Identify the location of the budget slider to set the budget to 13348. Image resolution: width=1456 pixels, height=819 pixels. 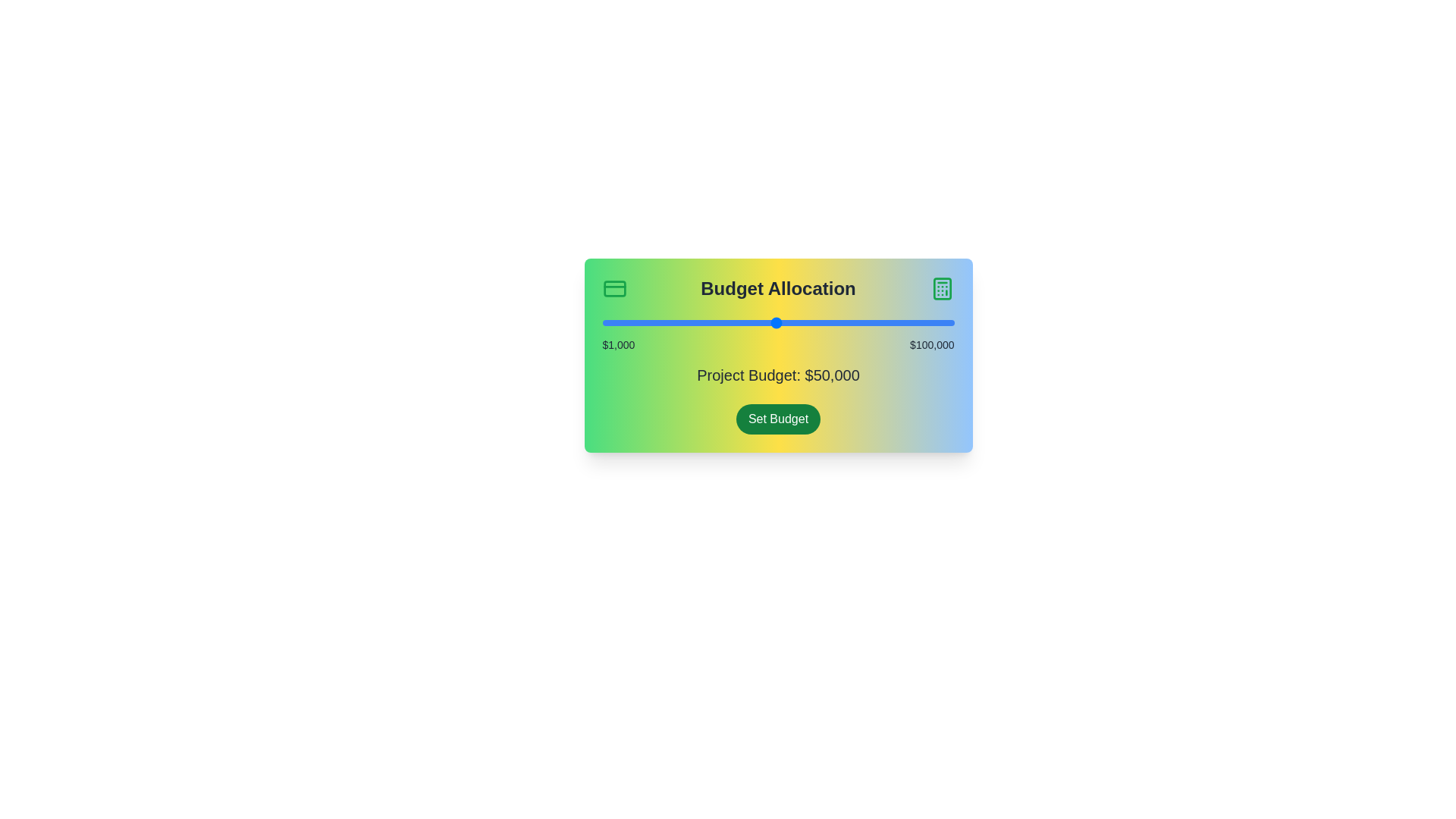
(646, 322).